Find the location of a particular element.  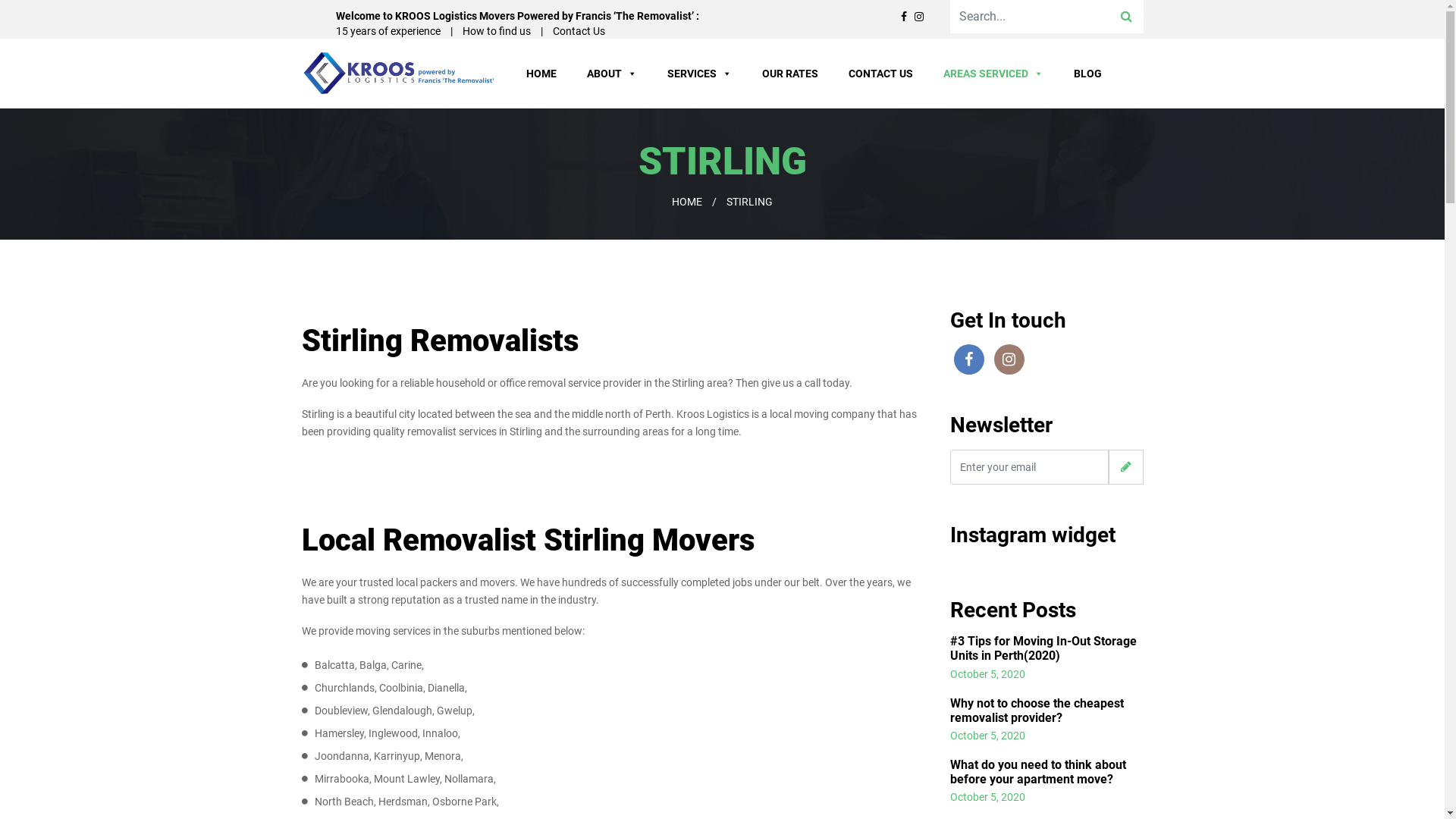

'BLOG' is located at coordinates (1087, 73).